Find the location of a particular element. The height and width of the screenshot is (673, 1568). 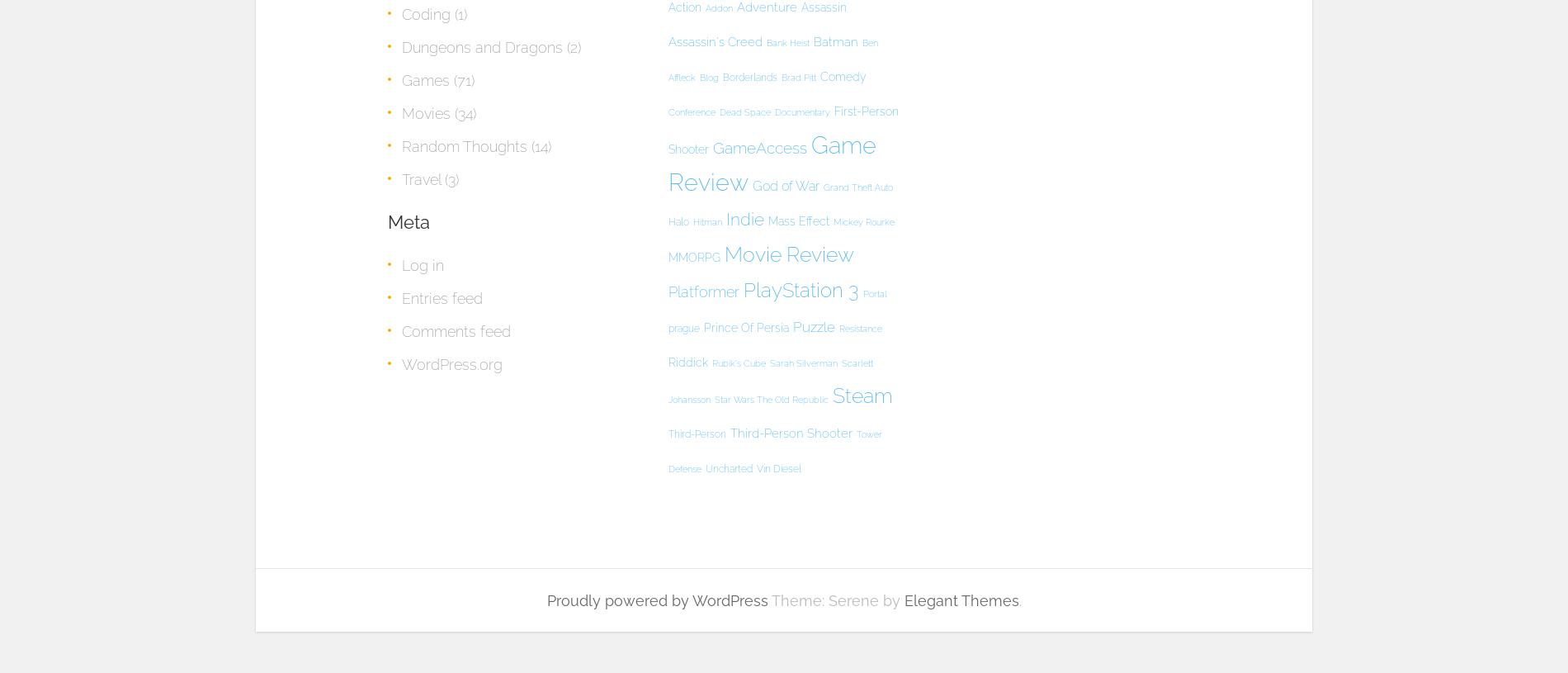

'Puzzle' is located at coordinates (814, 326).